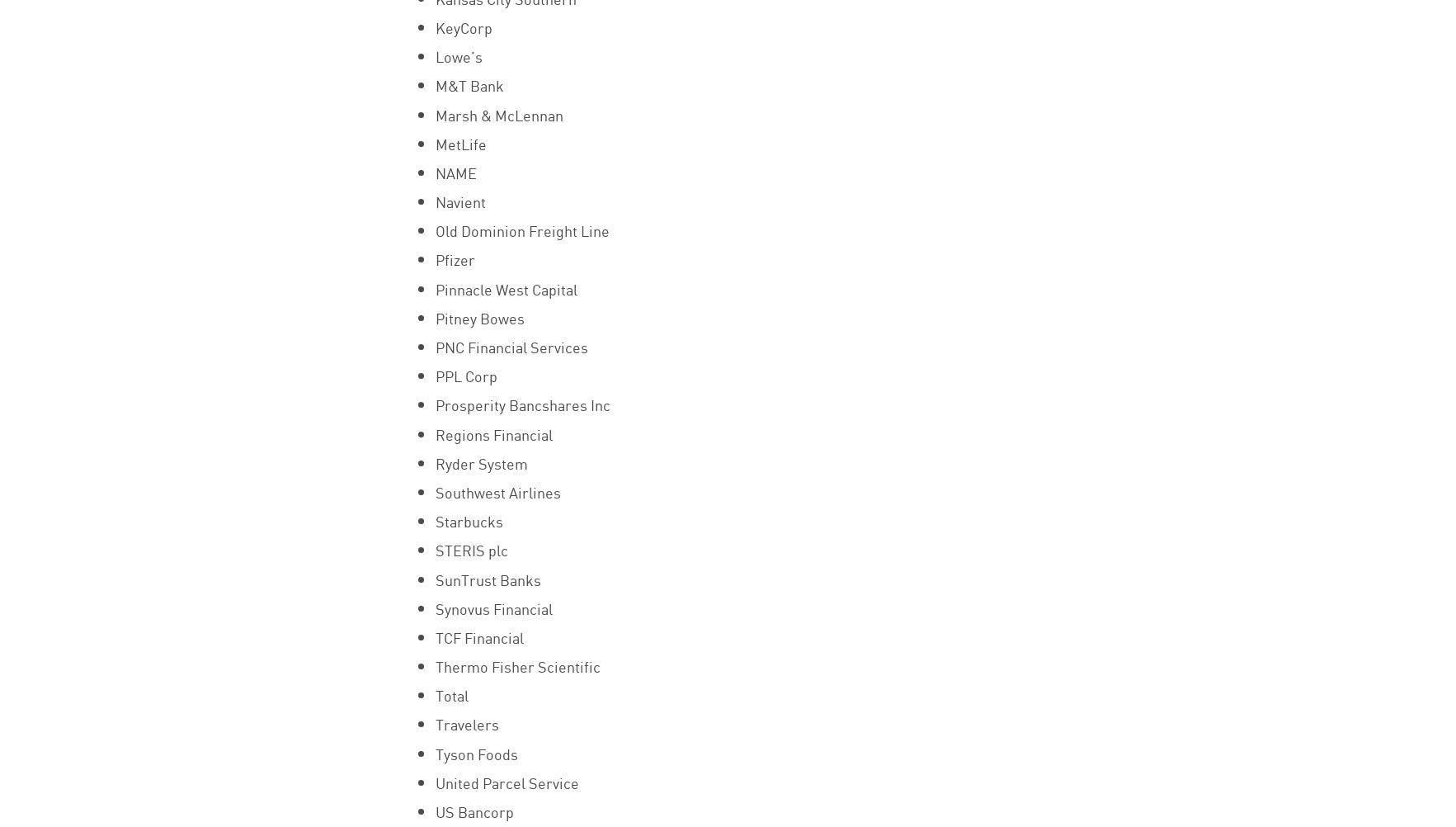 Image resolution: width=1456 pixels, height=827 pixels. Describe the element at coordinates (492, 433) in the screenshot. I see `'Regions Financial'` at that location.